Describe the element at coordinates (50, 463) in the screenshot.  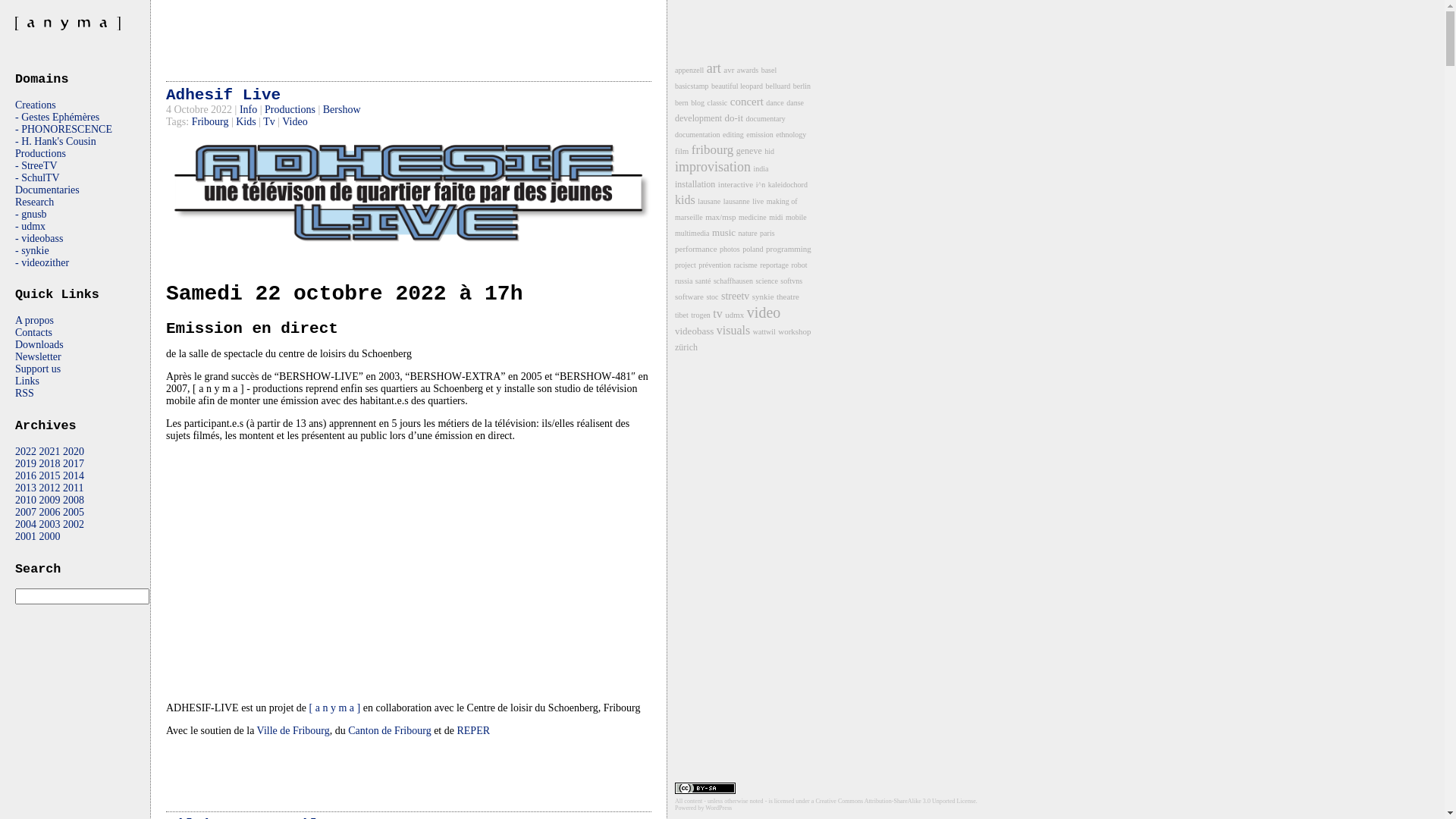
I see `'2018'` at that location.